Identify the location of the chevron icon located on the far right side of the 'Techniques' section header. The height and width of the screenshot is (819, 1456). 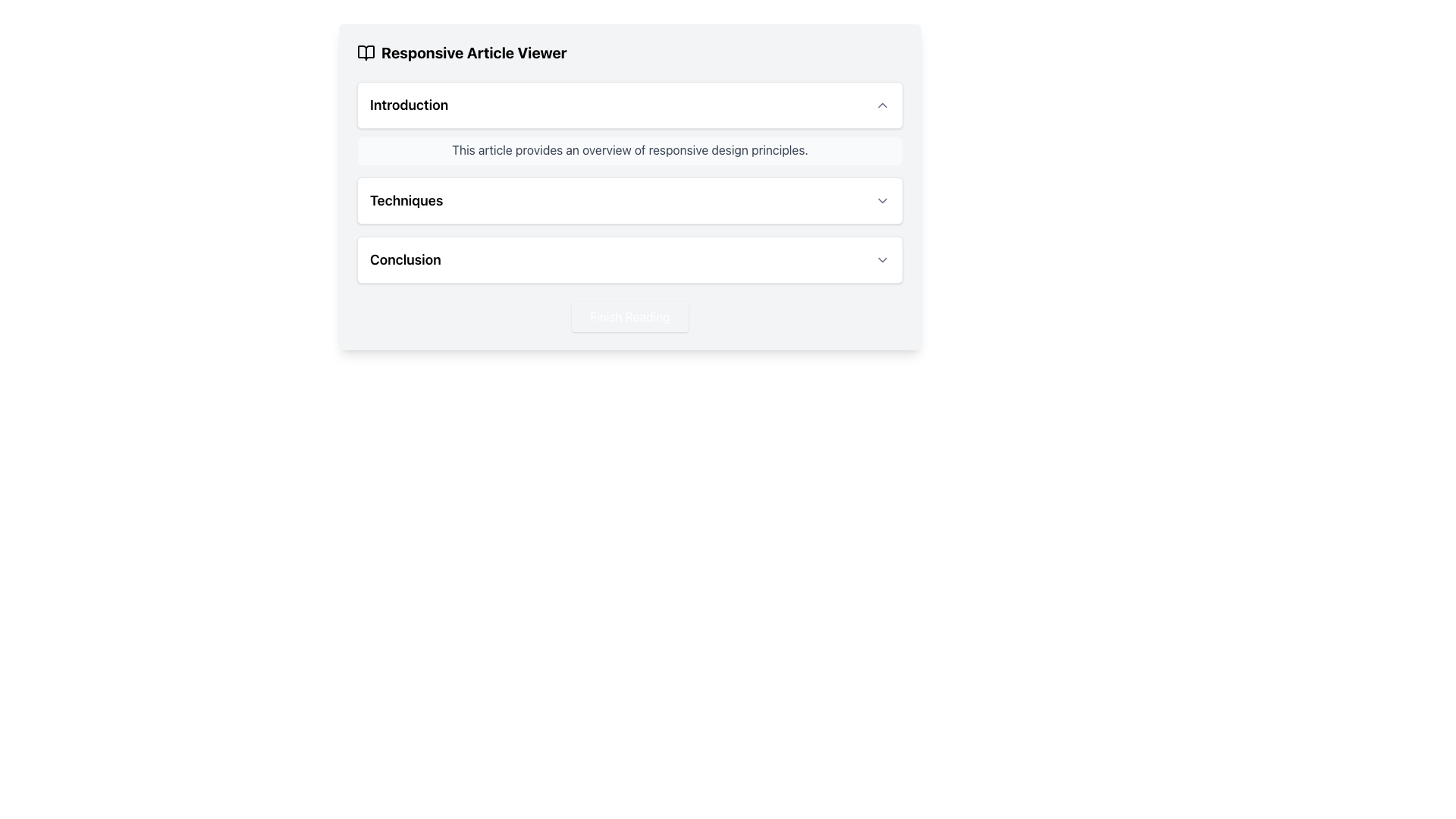
(882, 200).